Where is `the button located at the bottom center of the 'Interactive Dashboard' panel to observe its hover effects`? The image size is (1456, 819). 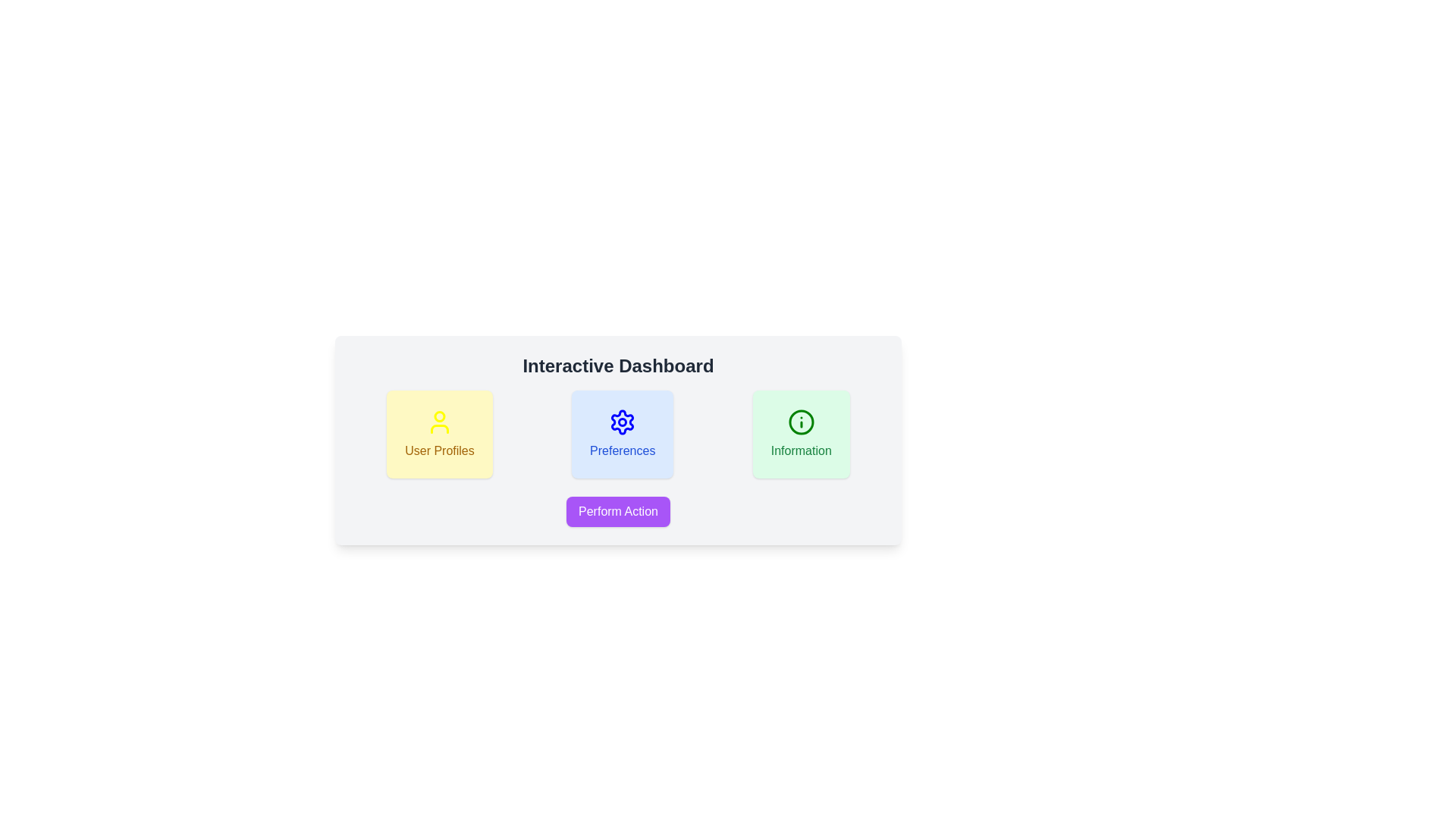 the button located at the bottom center of the 'Interactive Dashboard' panel to observe its hover effects is located at coordinates (618, 512).